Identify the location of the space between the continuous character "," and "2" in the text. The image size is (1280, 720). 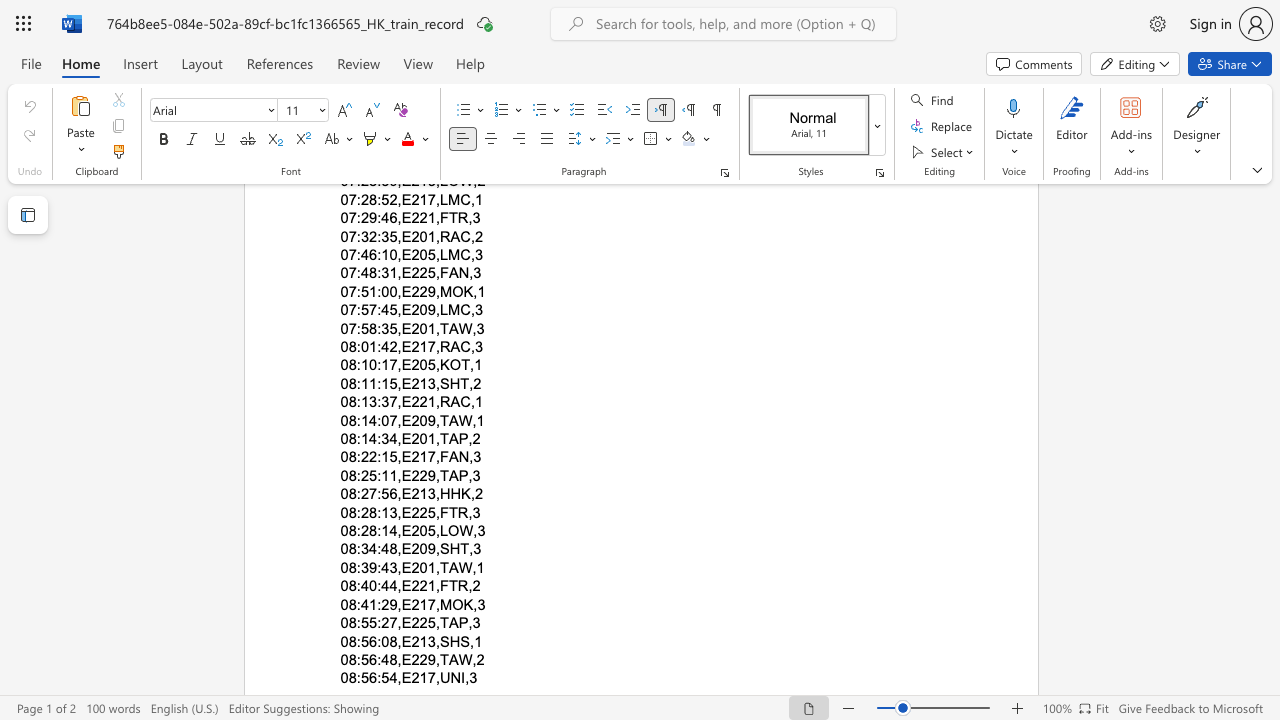
(472, 438).